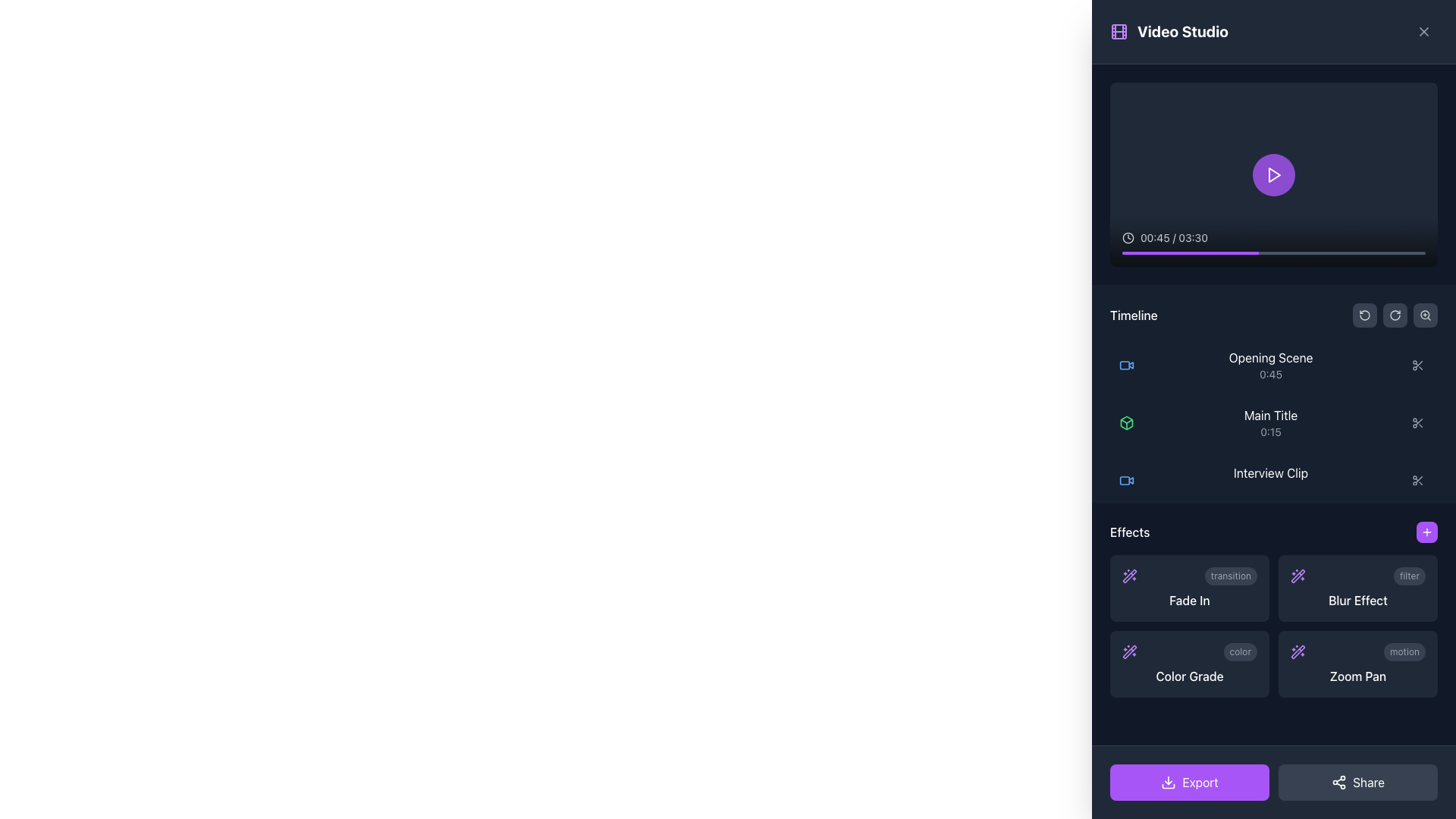 This screenshot has height=819, width=1456. Describe the element at coordinates (1425, 315) in the screenshot. I see `the magnifying glass icon button with a plus symbol inside it, located in the top-right corner of the interface, to magnify the content view` at that location.